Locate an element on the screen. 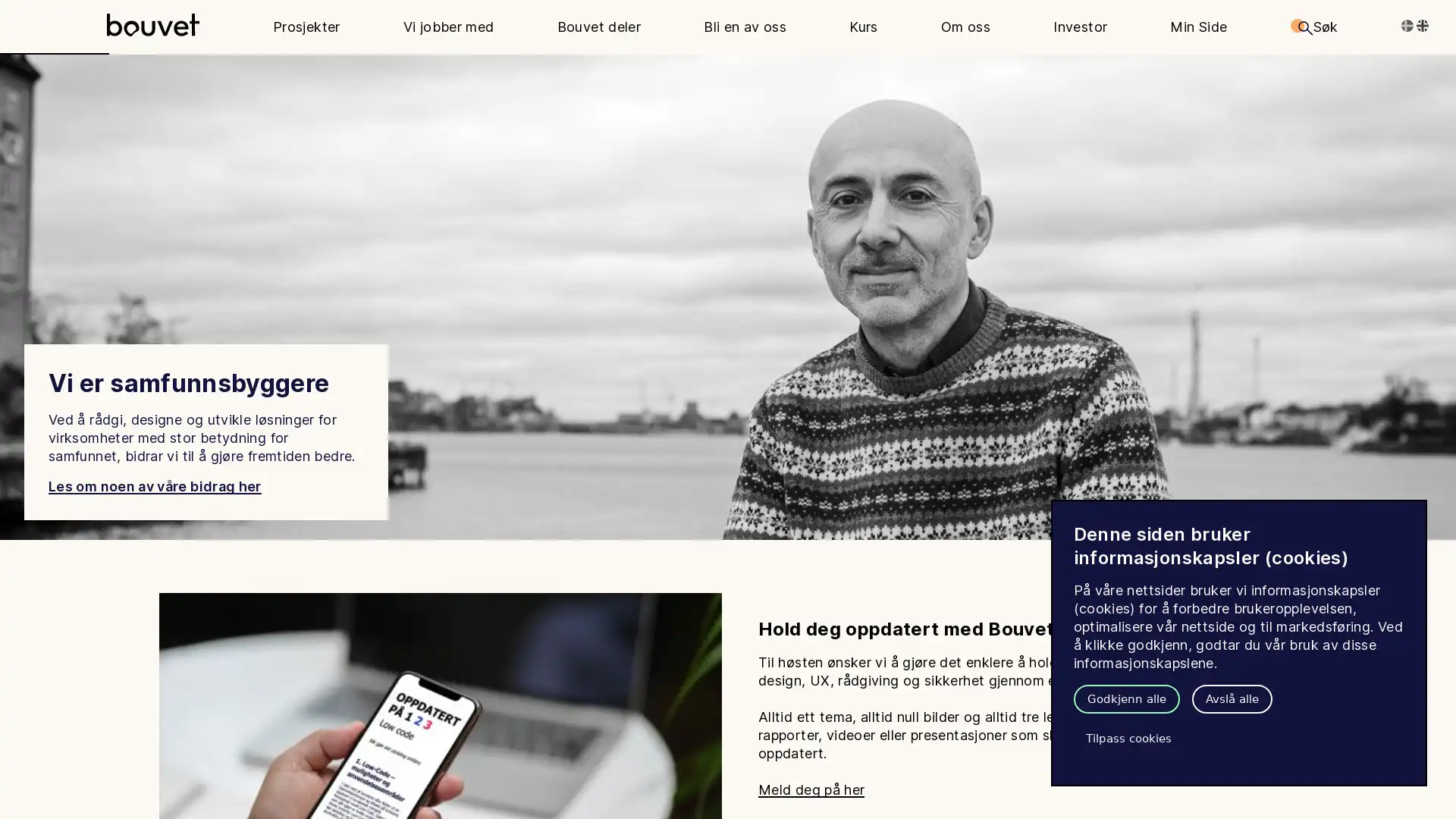 The height and width of the screenshot is (819, 1456). Godkjenn alle is located at coordinates (1125, 698).